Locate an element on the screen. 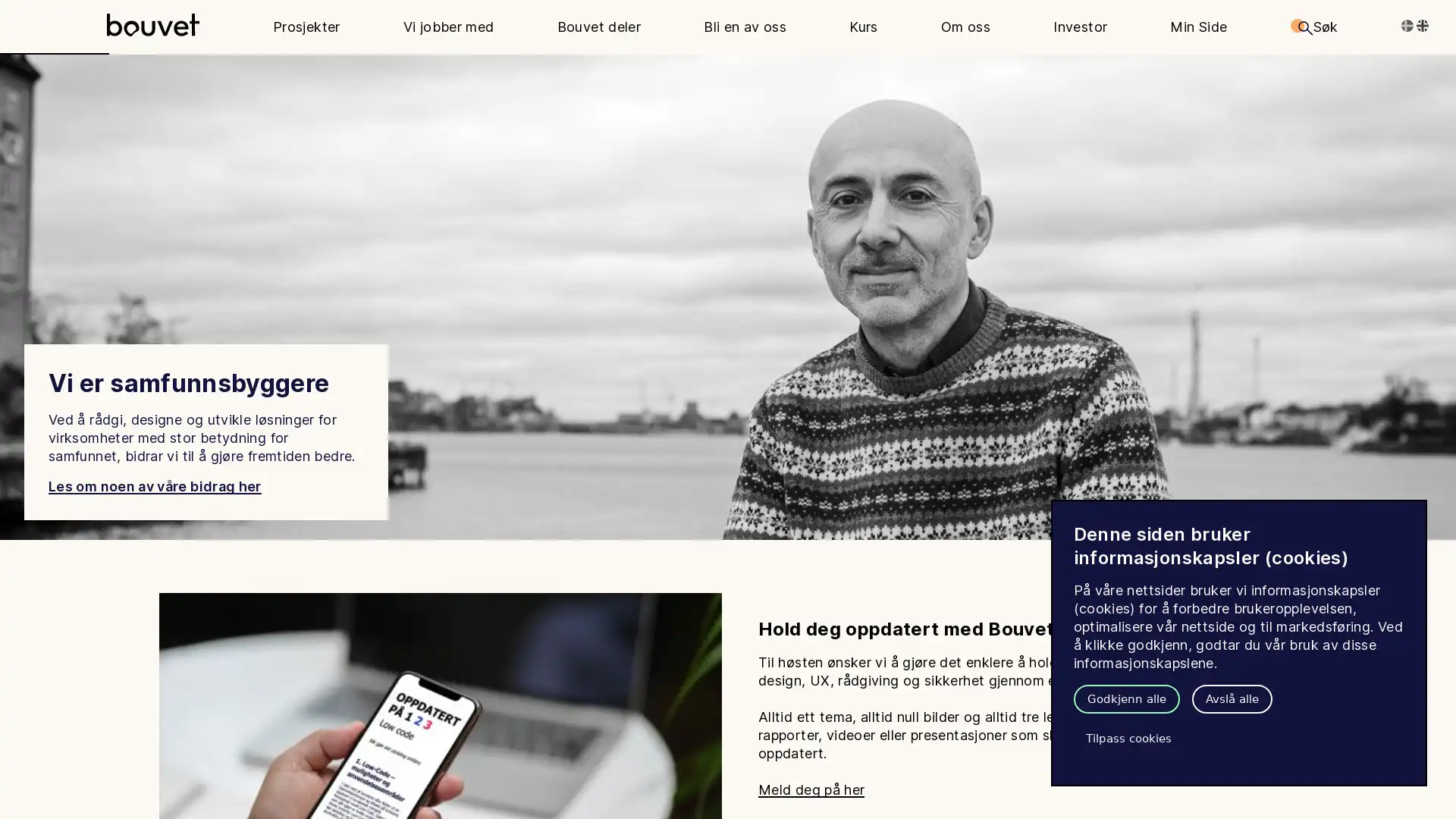 The height and width of the screenshot is (819, 1456). Godkjenn alle is located at coordinates (1125, 698).